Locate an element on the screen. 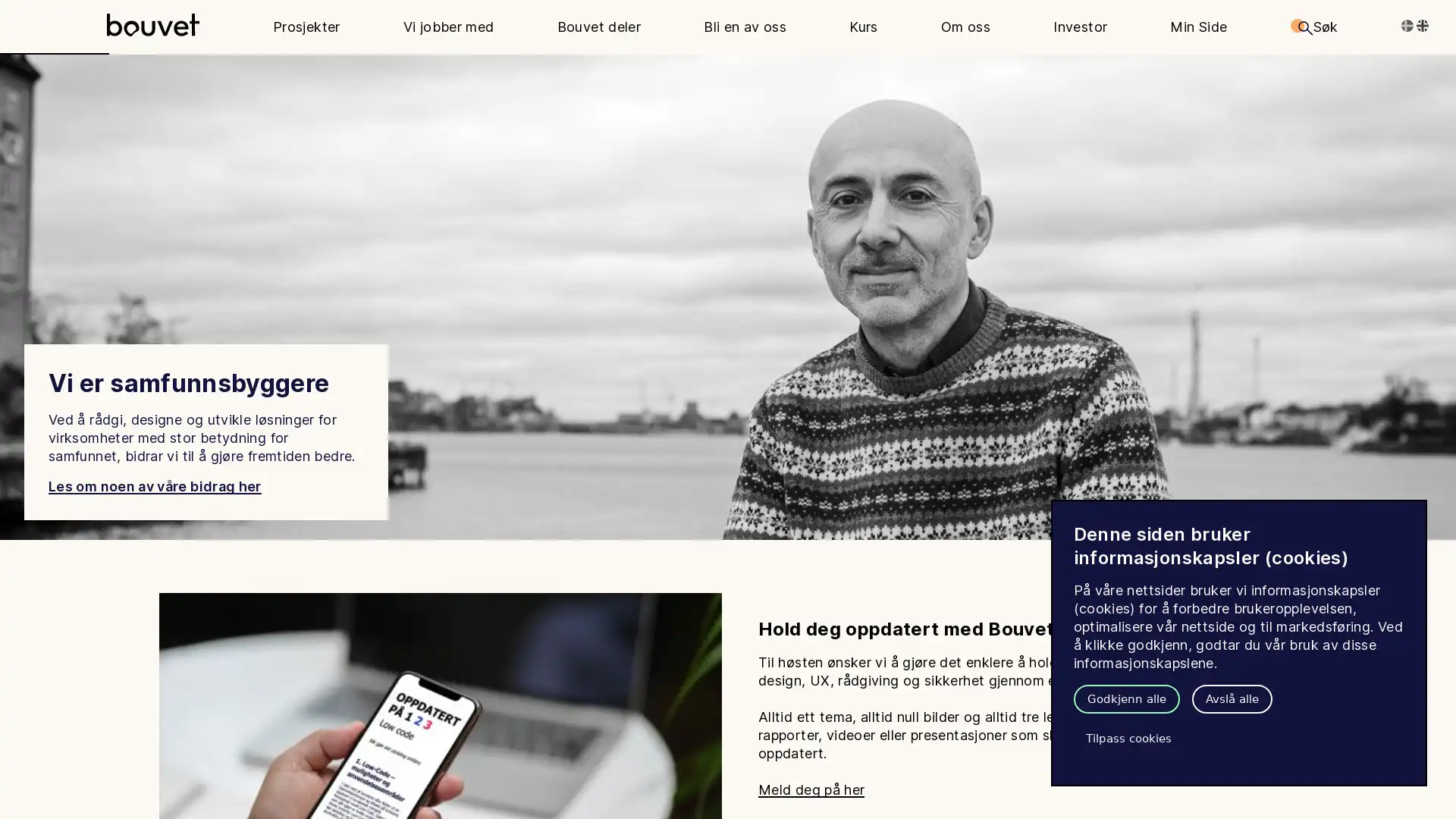 The height and width of the screenshot is (819, 1456). Godkjenn alle is located at coordinates (1125, 698).